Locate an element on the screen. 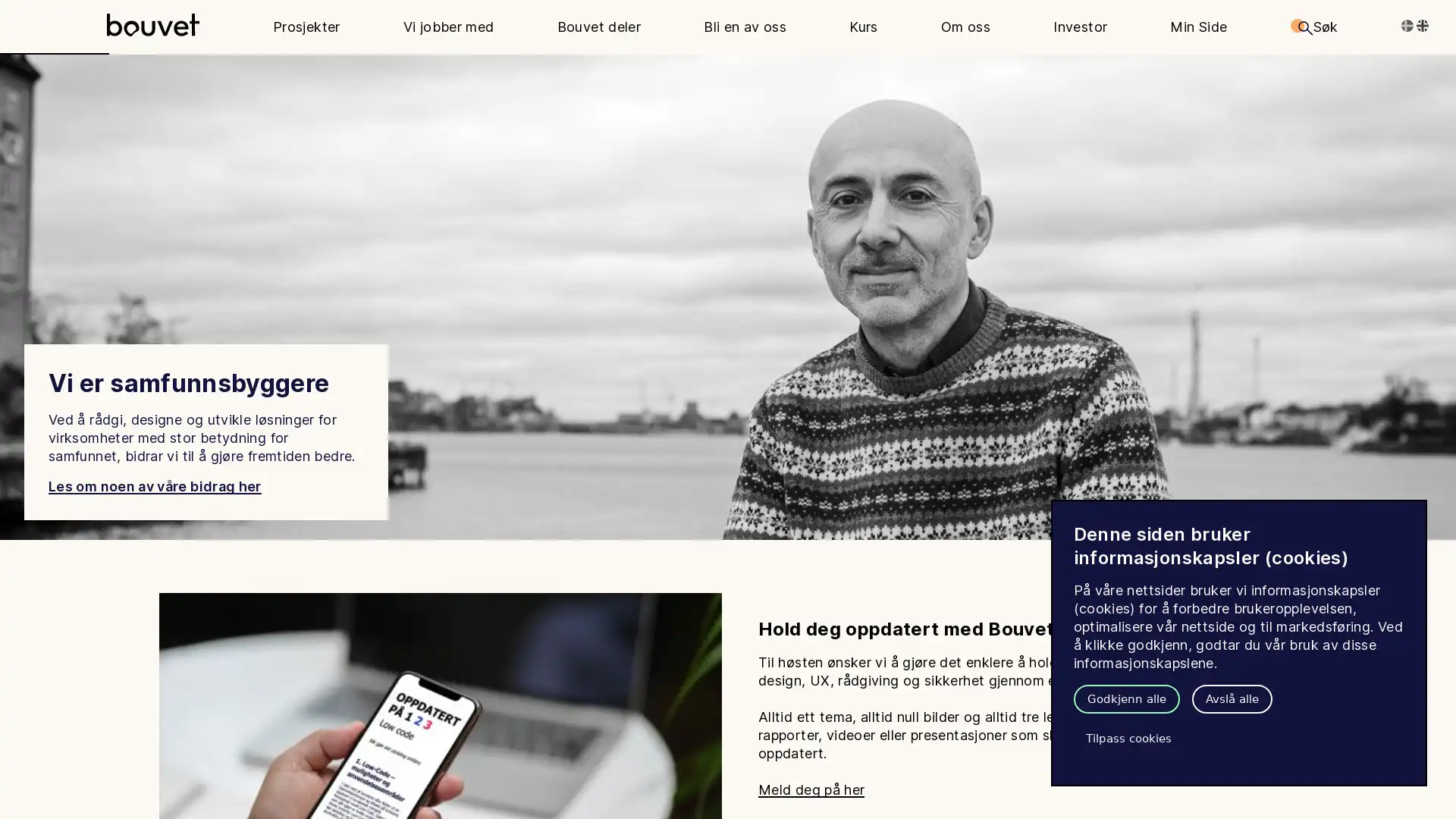 The height and width of the screenshot is (819, 1456). Godkjenn alle is located at coordinates (1125, 698).